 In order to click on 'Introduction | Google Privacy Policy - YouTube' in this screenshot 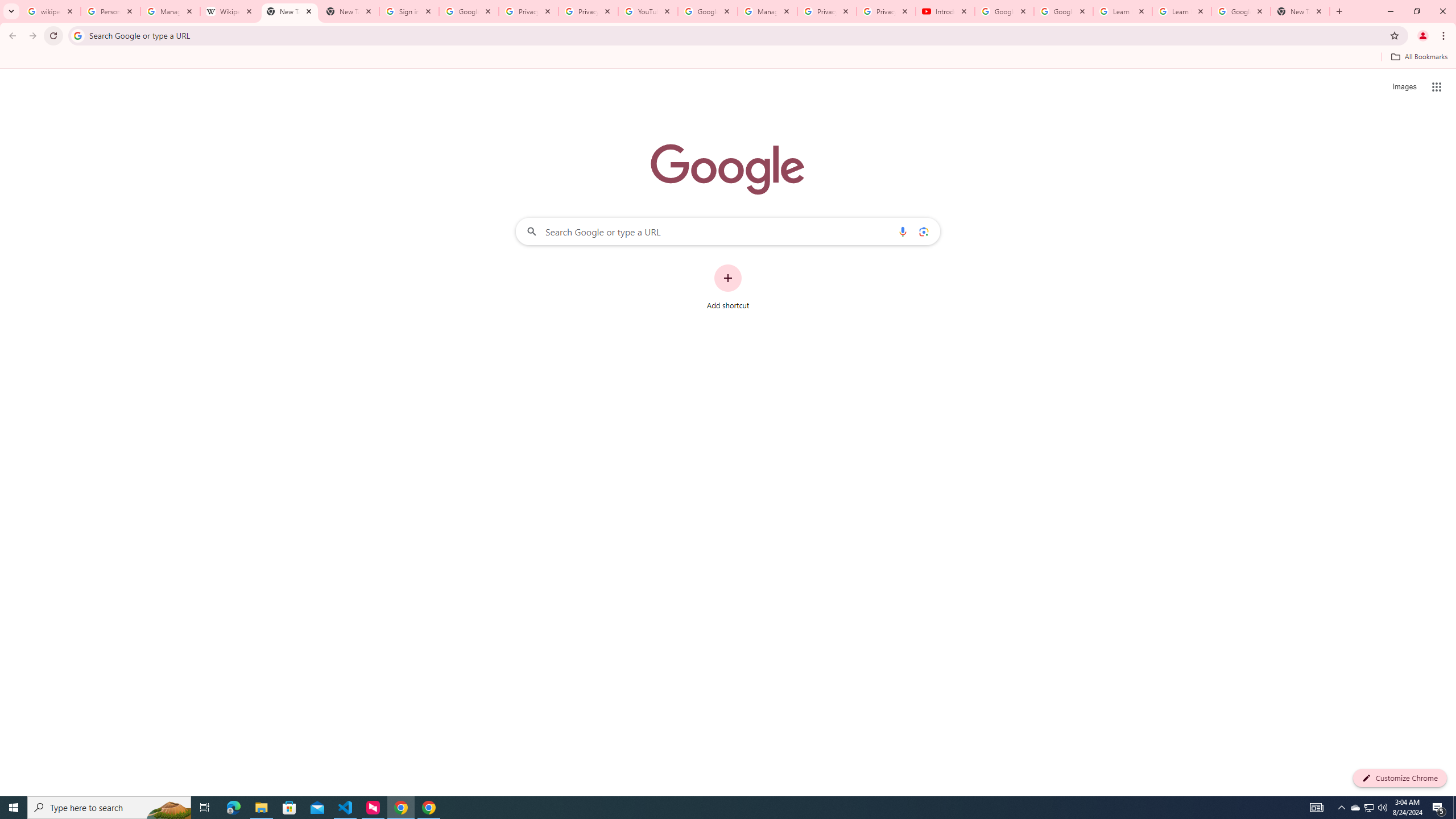, I will do `click(944, 11)`.